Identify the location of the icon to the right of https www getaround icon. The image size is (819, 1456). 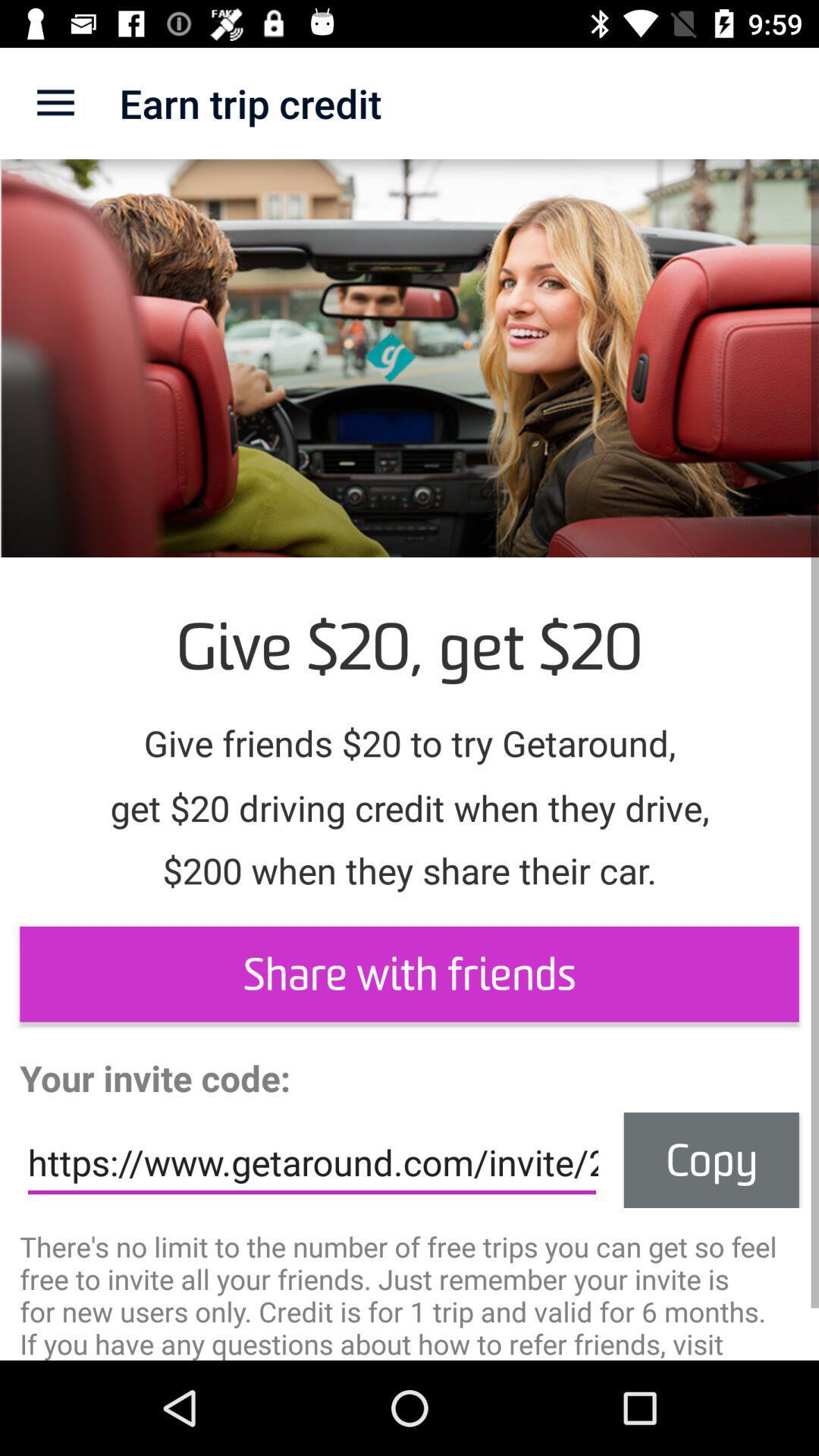
(711, 1159).